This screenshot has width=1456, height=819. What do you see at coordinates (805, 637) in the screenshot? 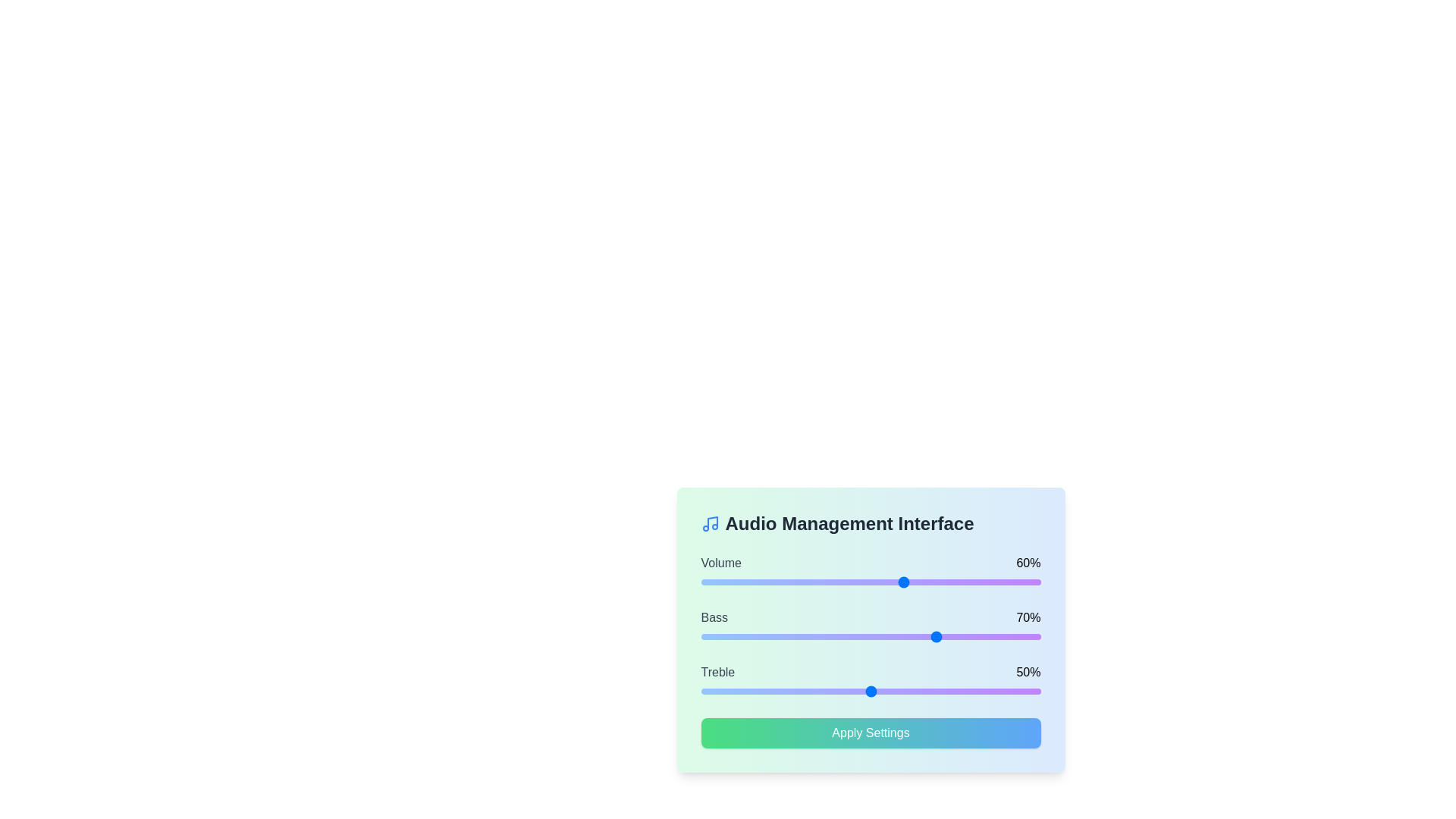
I see `the slider` at bounding box center [805, 637].